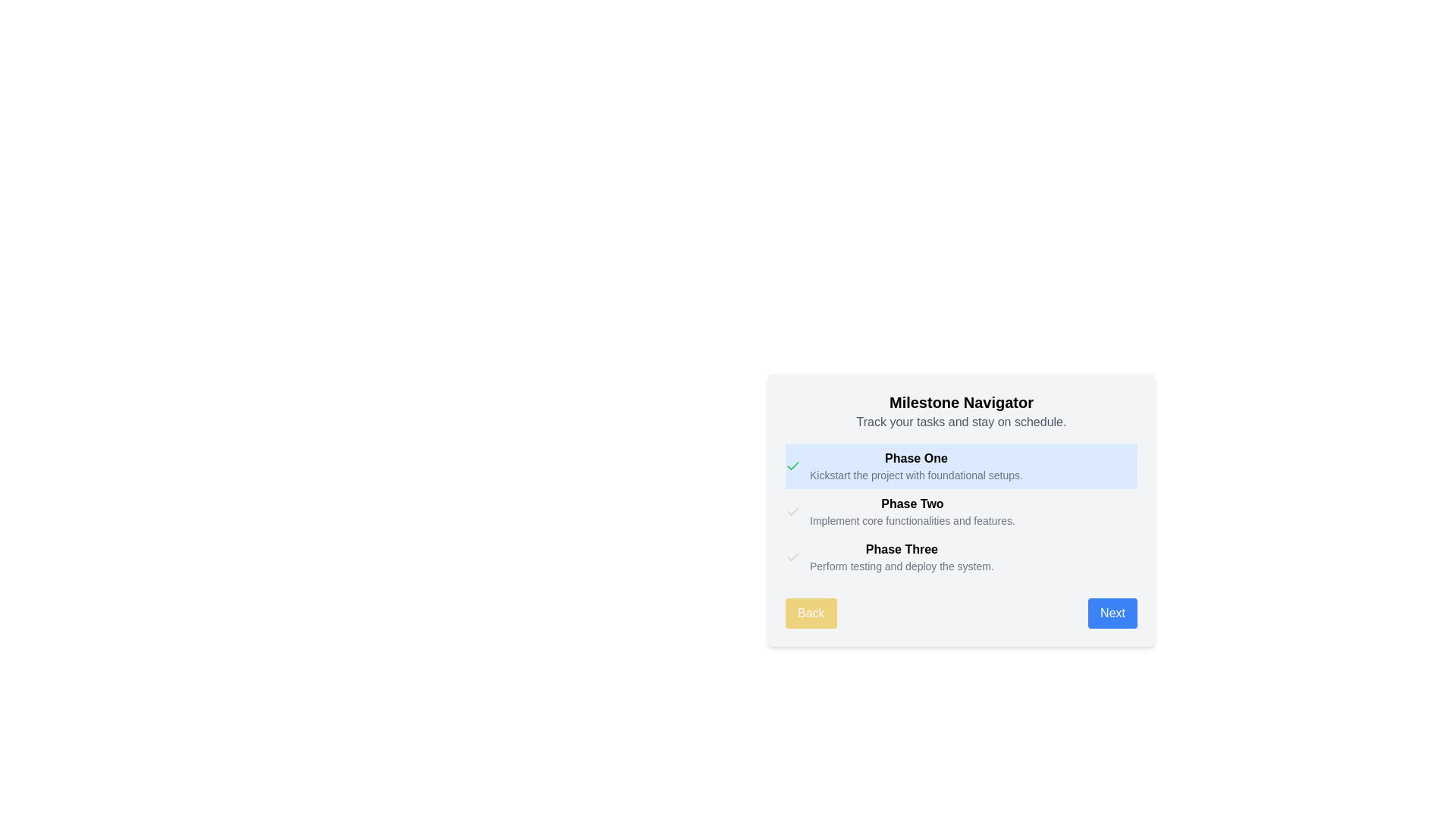  What do you see at coordinates (1112, 613) in the screenshot?
I see `the blue 'Next' button with white text located in the bottom-right corner of the content card` at bounding box center [1112, 613].